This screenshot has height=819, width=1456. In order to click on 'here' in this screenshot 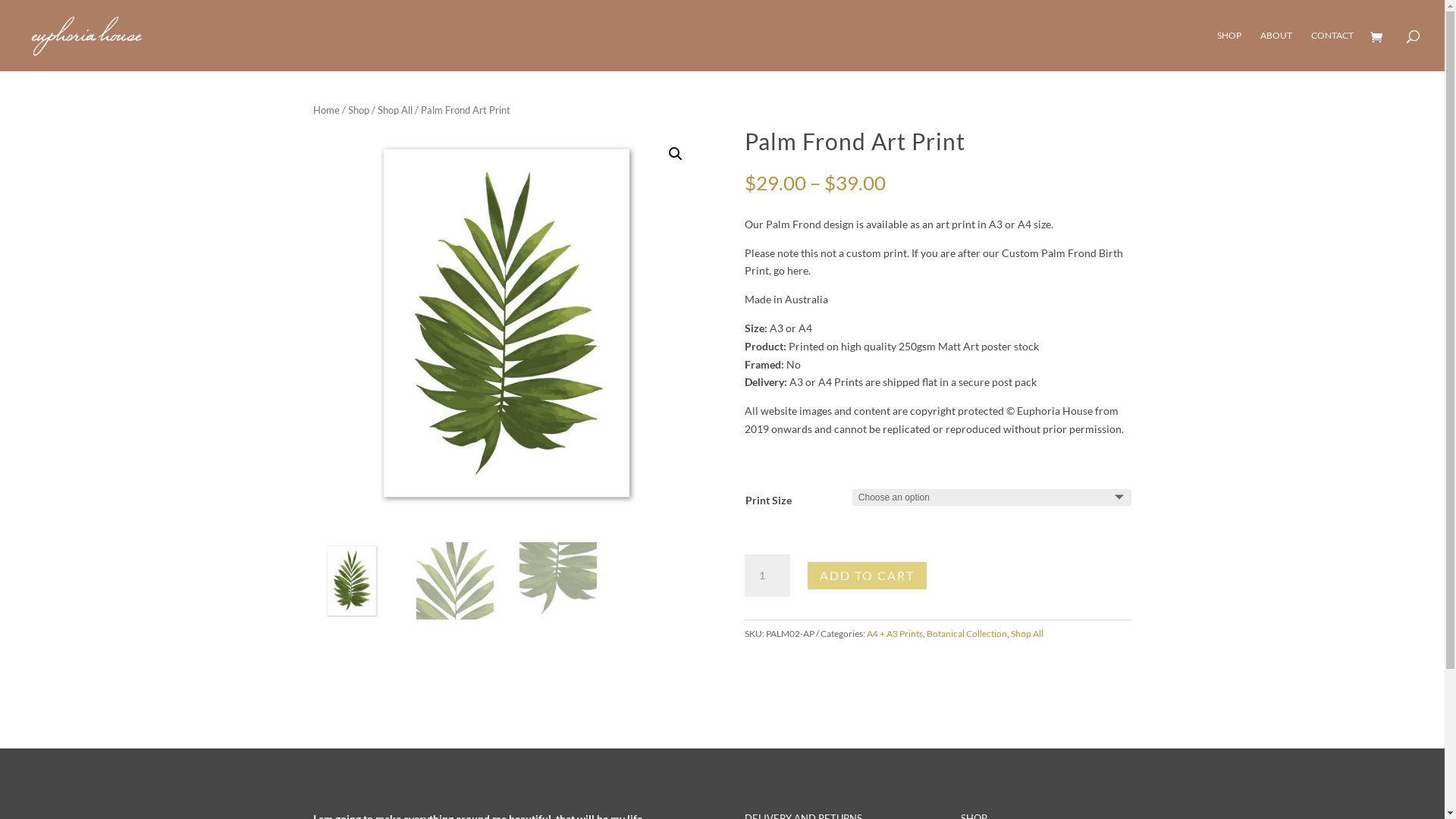, I will do `click(796, 269)`.